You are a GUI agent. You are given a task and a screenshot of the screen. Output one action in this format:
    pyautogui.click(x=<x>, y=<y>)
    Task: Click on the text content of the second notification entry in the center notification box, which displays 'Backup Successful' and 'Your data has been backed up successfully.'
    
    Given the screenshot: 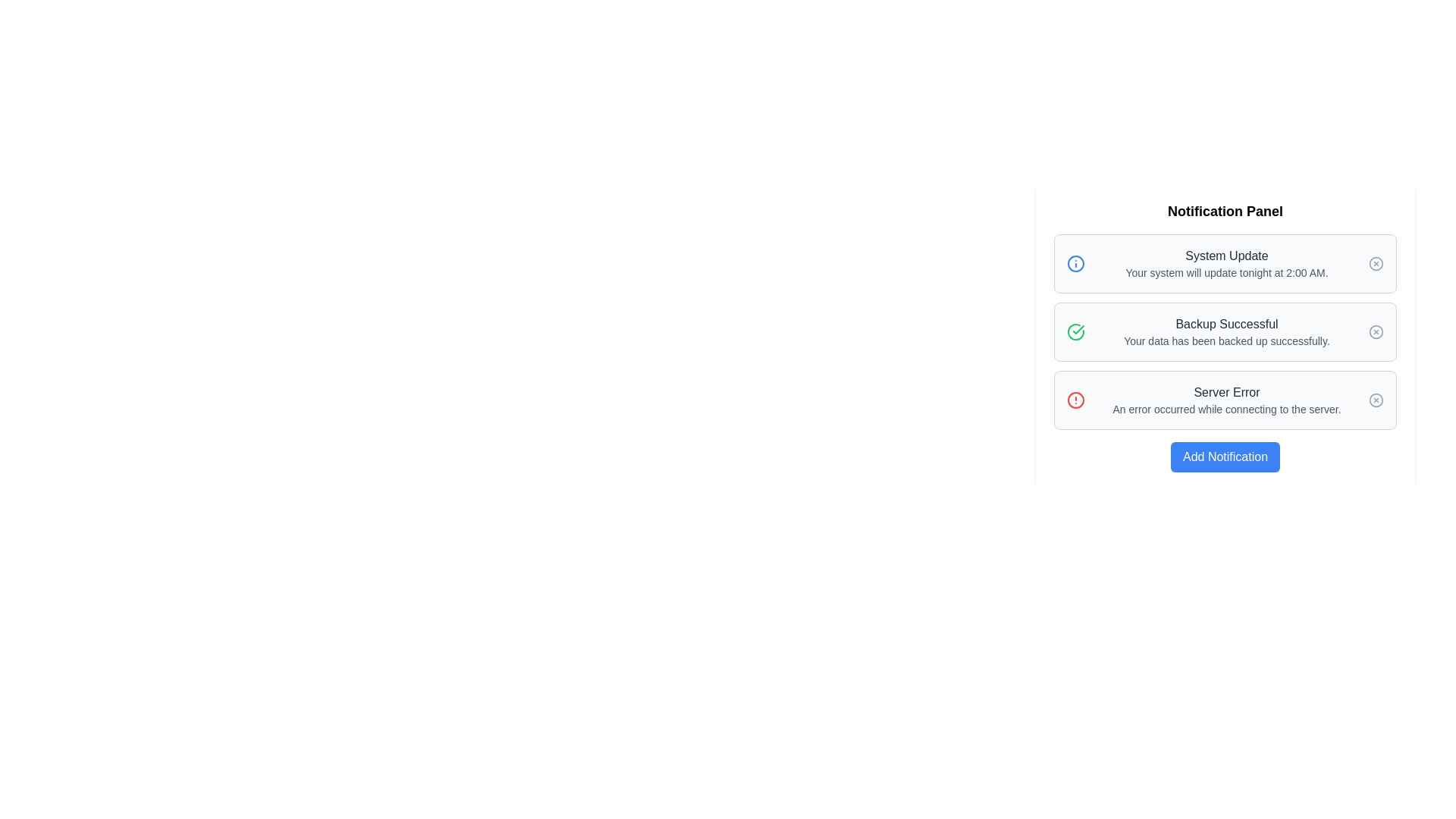 What is the action you would take?
    pyautogui.click(x=1226, y=331)
    